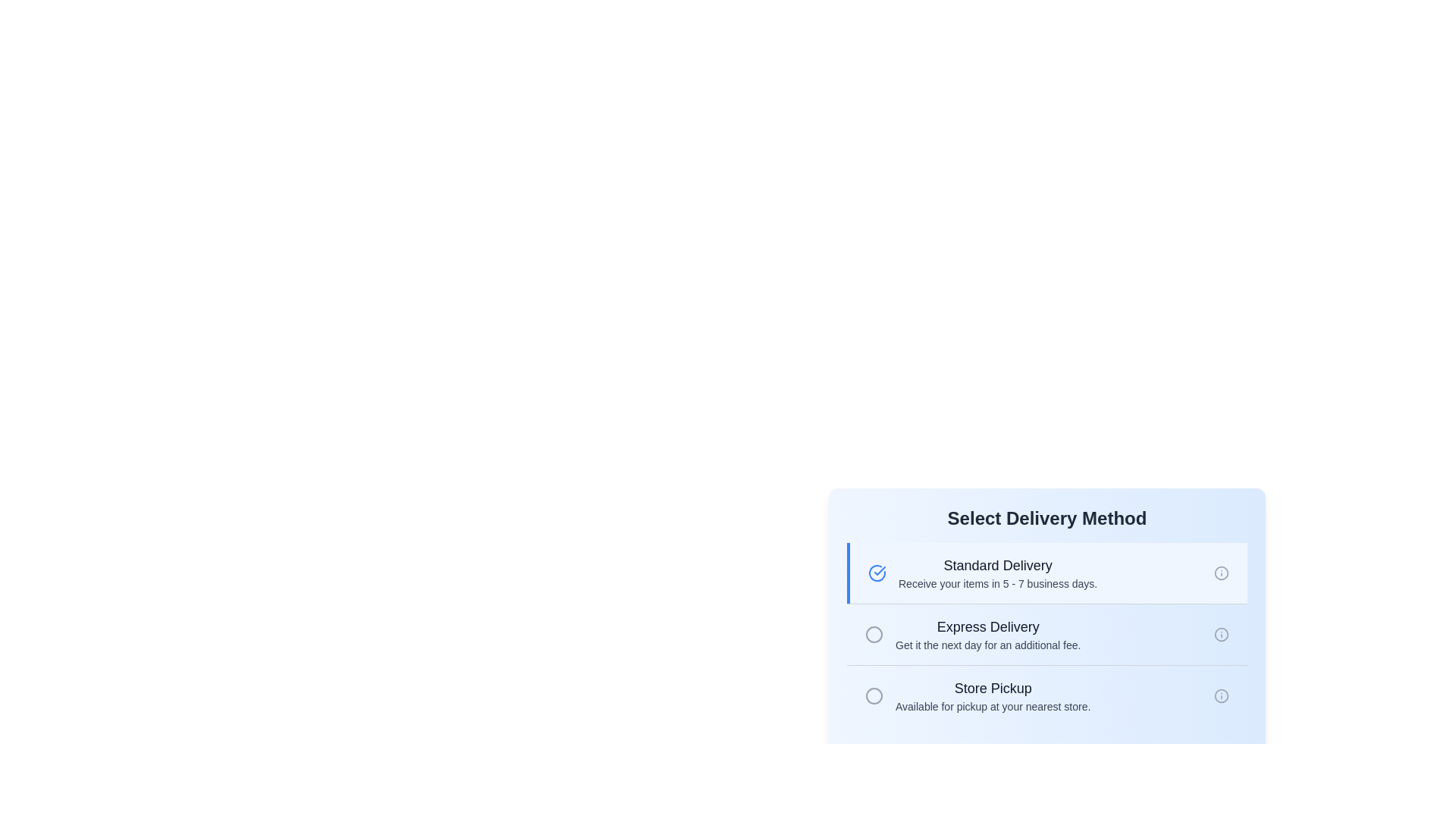 The height and width of the screenshot is (819, 1456). I want to click on the circular graphical icon component with a gray-toned border, located at the far right of the 'Express Delivery' option in the 'Select Delivery Method' list, so click(1222, 635).